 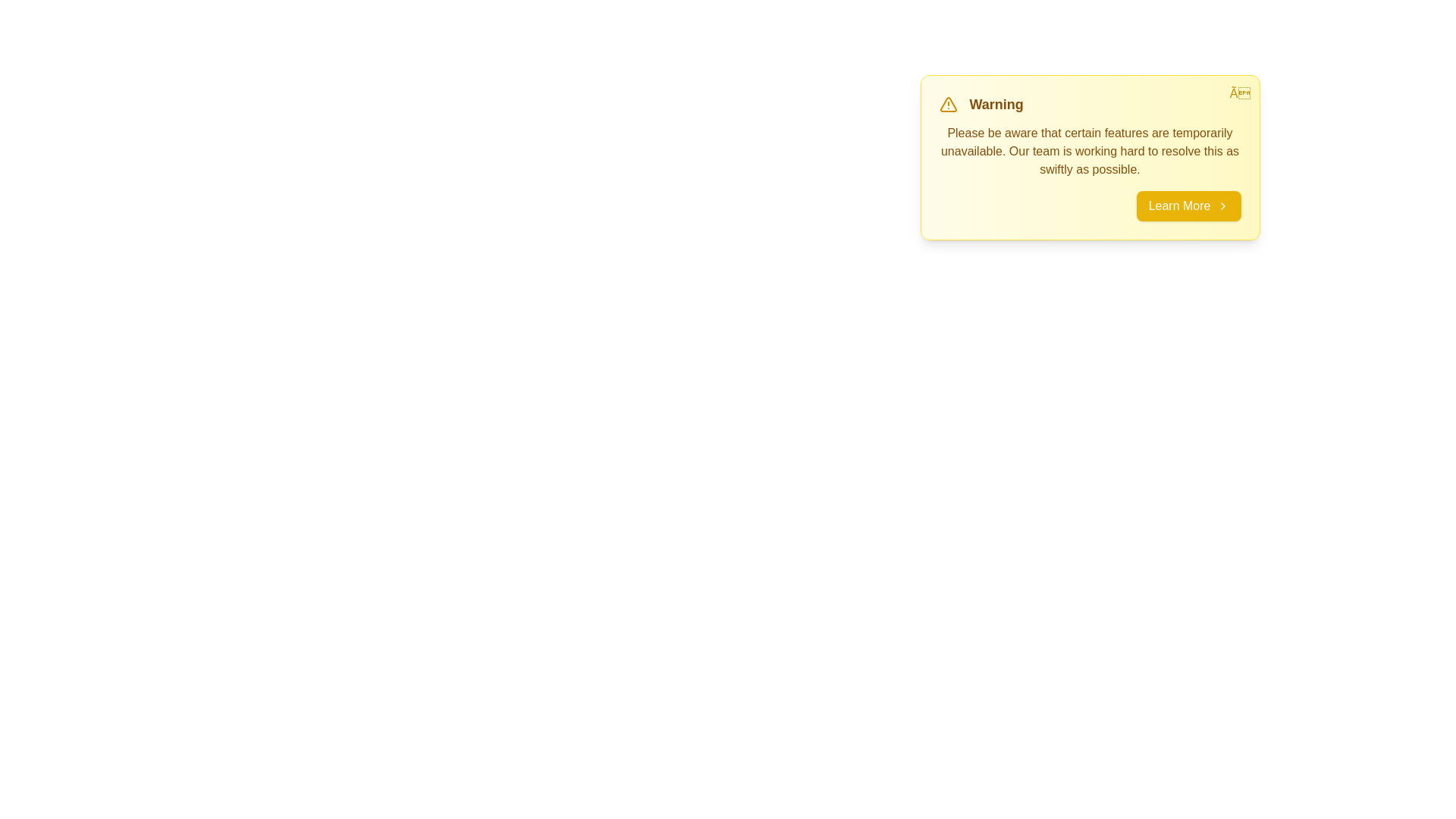 What do you see at coordinates (1240, 93) in the screenshot?
I see `the 'Close alert' button to dismiss the alert` at bounding box center [1240, 93].